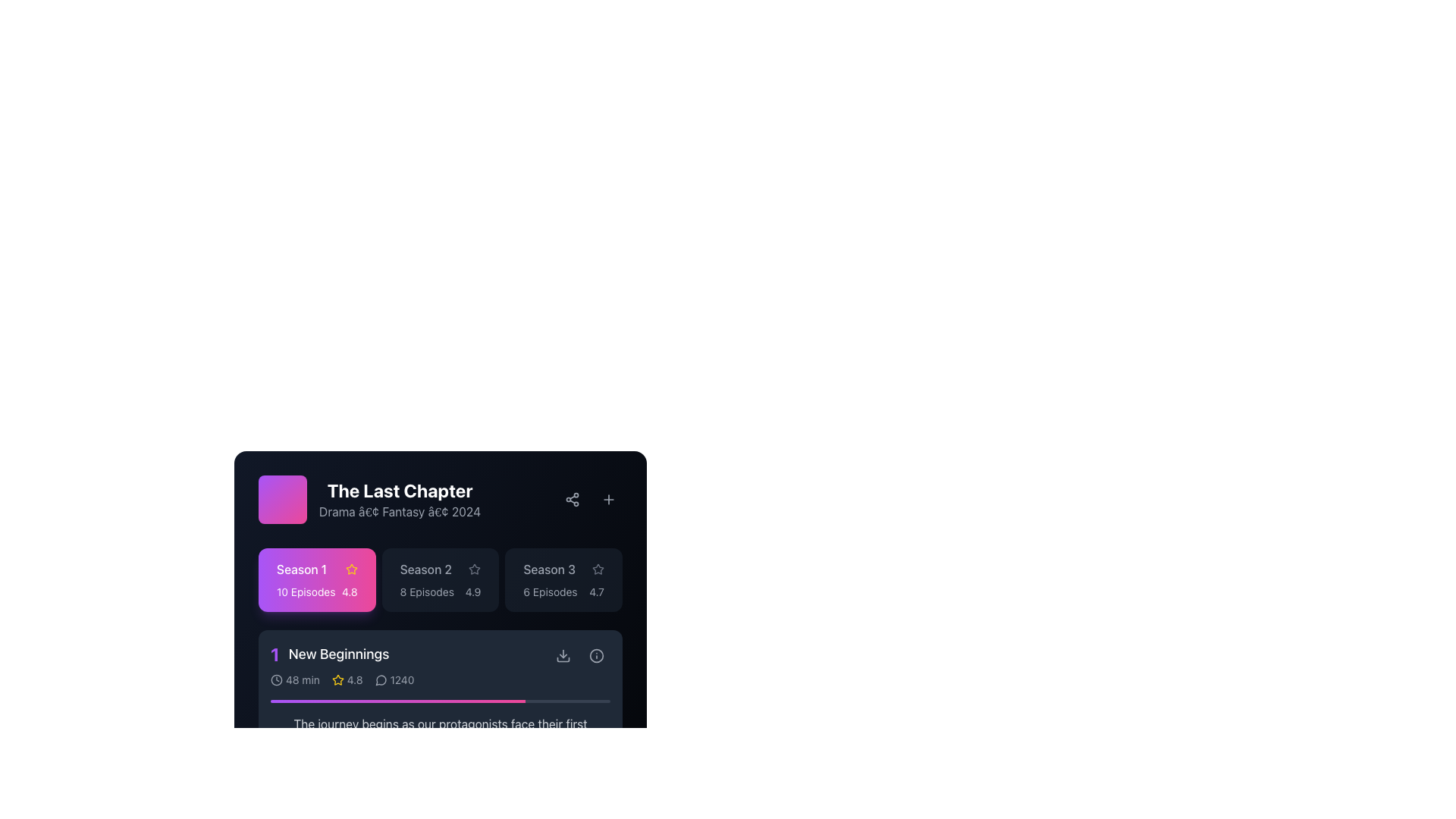 The image size is (1456, 819). What do you see at coordinates (571, 500) in the screenshot?
I see `the circular sharing icon in the top right corner of the card for 'The Last Chapter' series` at bounding box center [571, 500].